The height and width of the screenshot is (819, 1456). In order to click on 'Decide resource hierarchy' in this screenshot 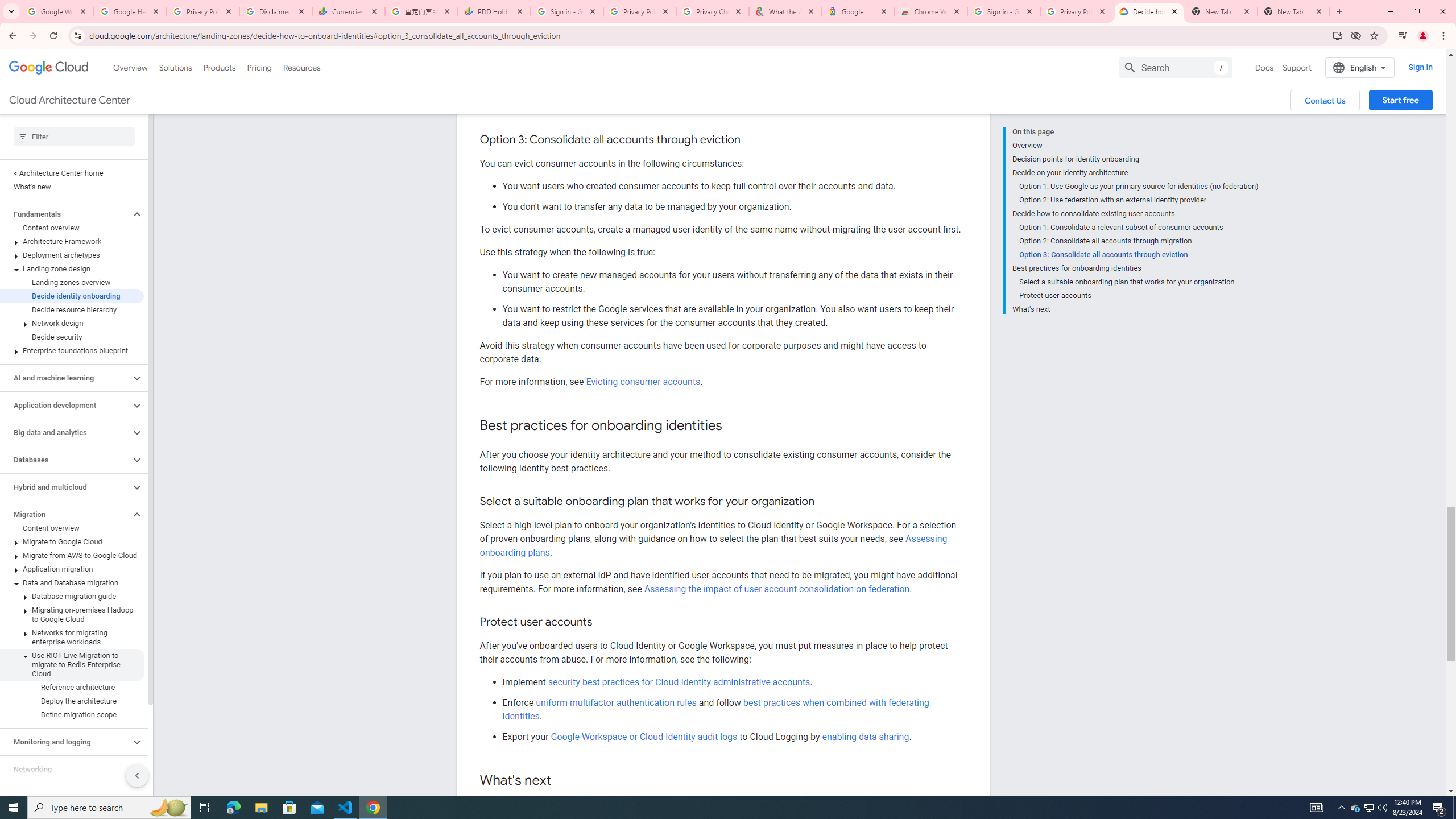, I will do `click(72, 309)`.